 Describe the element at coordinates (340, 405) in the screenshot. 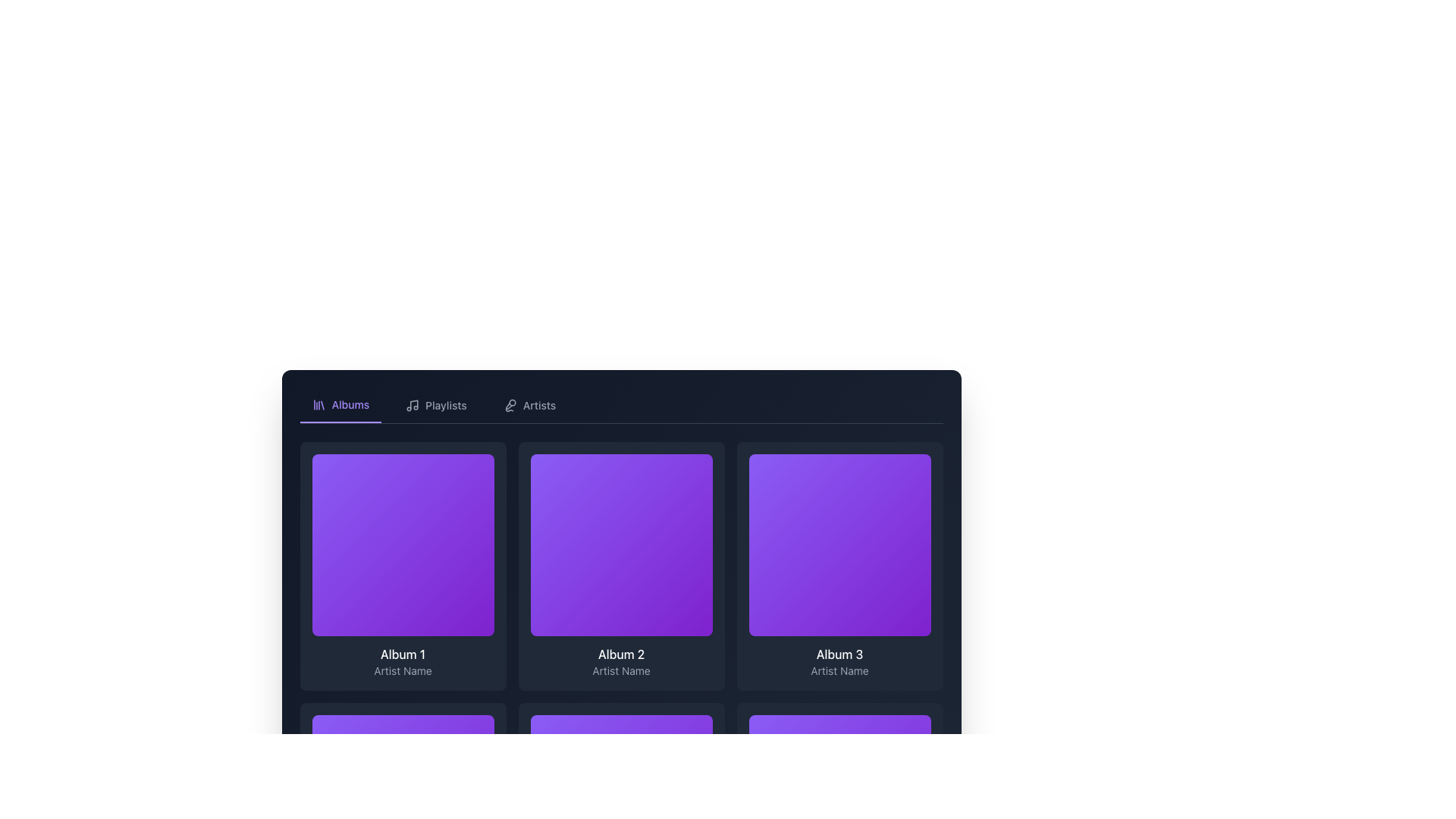

I see `the 'Albums' tab in the navigation bar` at that location.